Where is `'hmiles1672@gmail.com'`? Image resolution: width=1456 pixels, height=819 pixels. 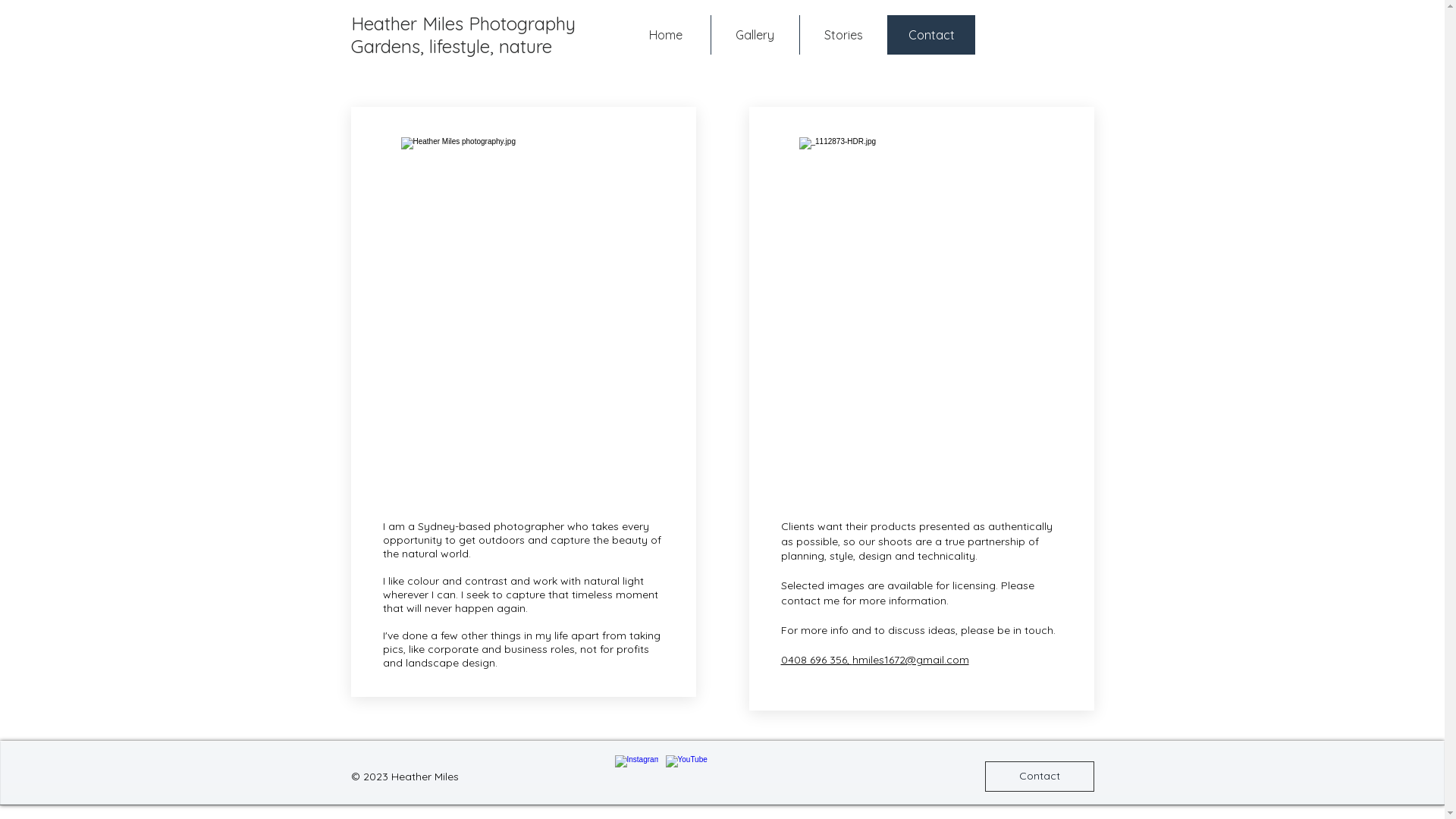 'hmiles1672@gmail.com' is located at coordinates (910, 659).